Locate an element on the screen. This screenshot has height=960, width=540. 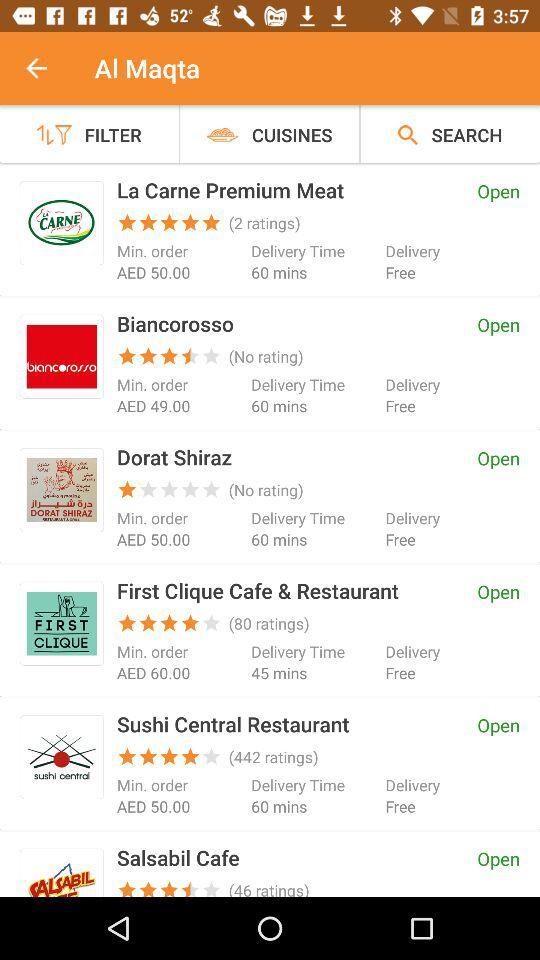
the salsabil cafe info page is located at coordinates (61, 875).